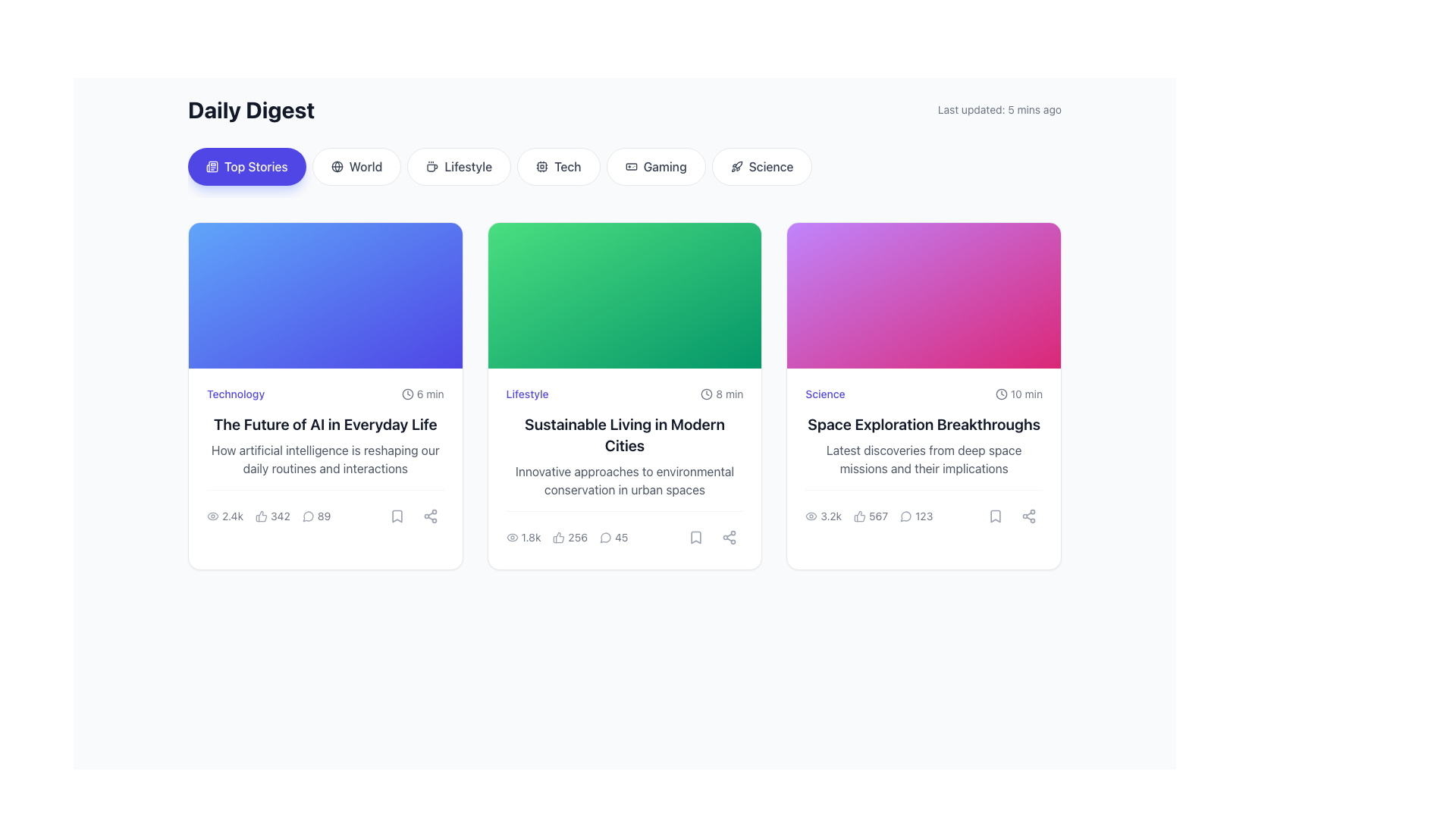  I want to click on the bookmark icon button located at the bottom right corner of the rightmost card in the layout, which is represented by a black-styled SVG graphic with a vertical rectangle and a triangular point, so click(995, 516).